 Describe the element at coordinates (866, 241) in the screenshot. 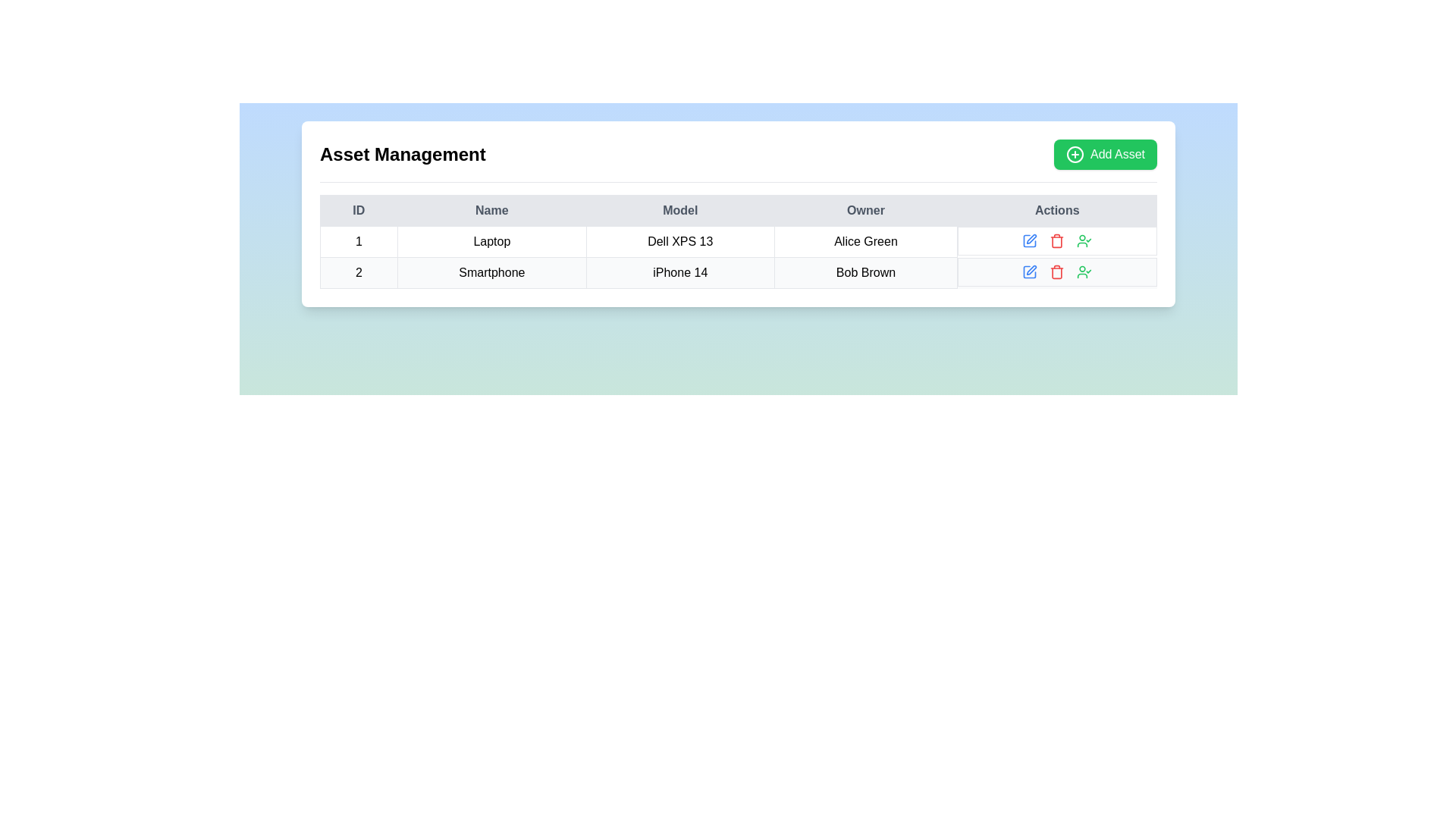

I see `the text label displaying 'Alice Green' located in the 'Owner' column of the 'Dell XPS 13' model row` at that location.